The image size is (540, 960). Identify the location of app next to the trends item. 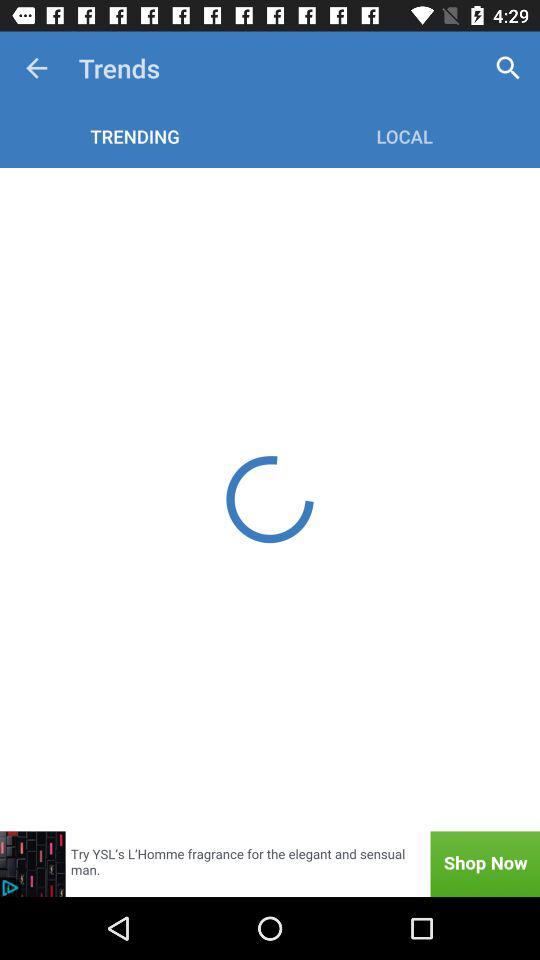
(36, 68).